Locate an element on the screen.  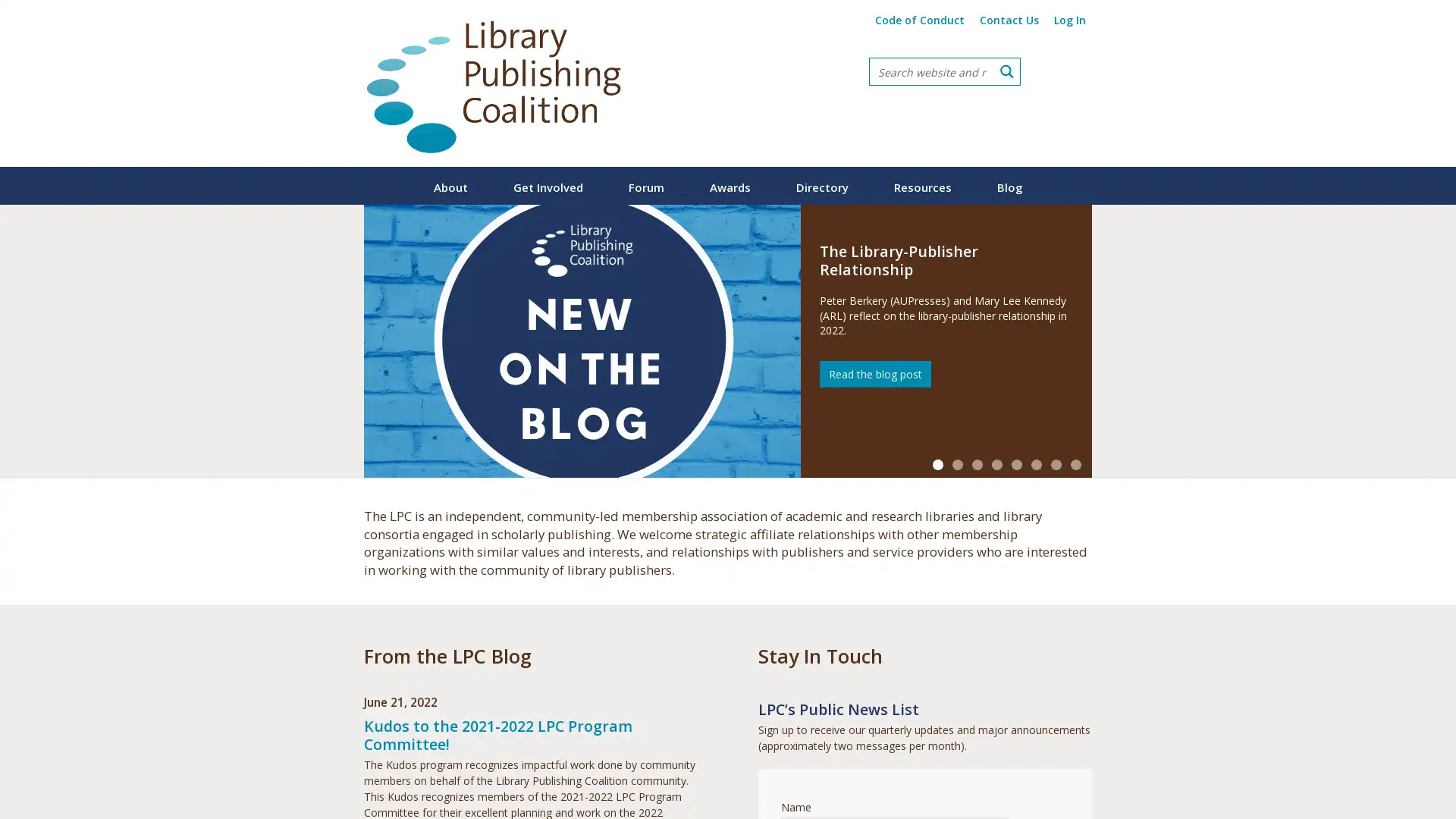
Go to slide 1 is located at coordinates (937, 464).